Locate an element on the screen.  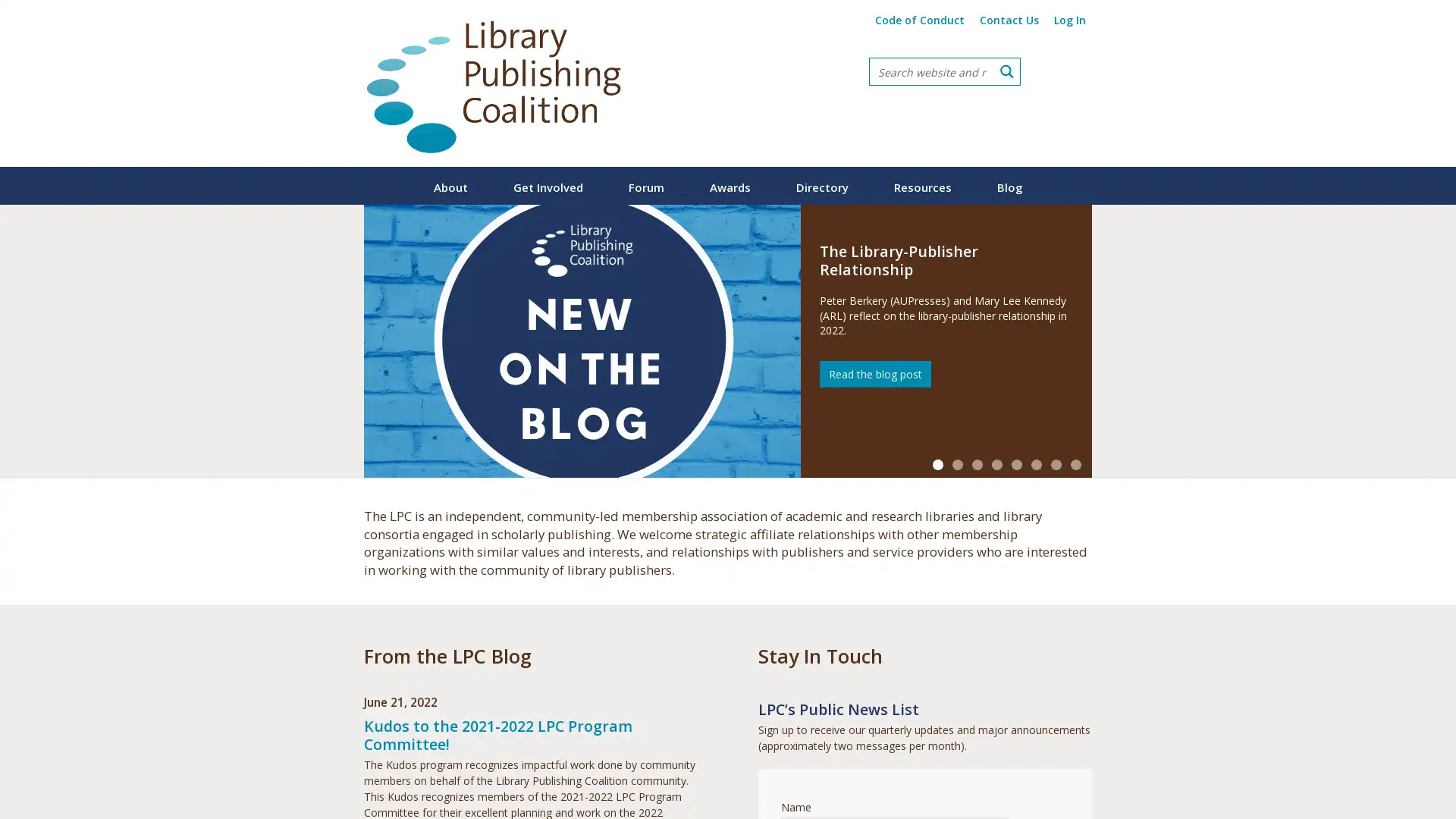
Go to slide 1 is located at coordinates (937, 464).